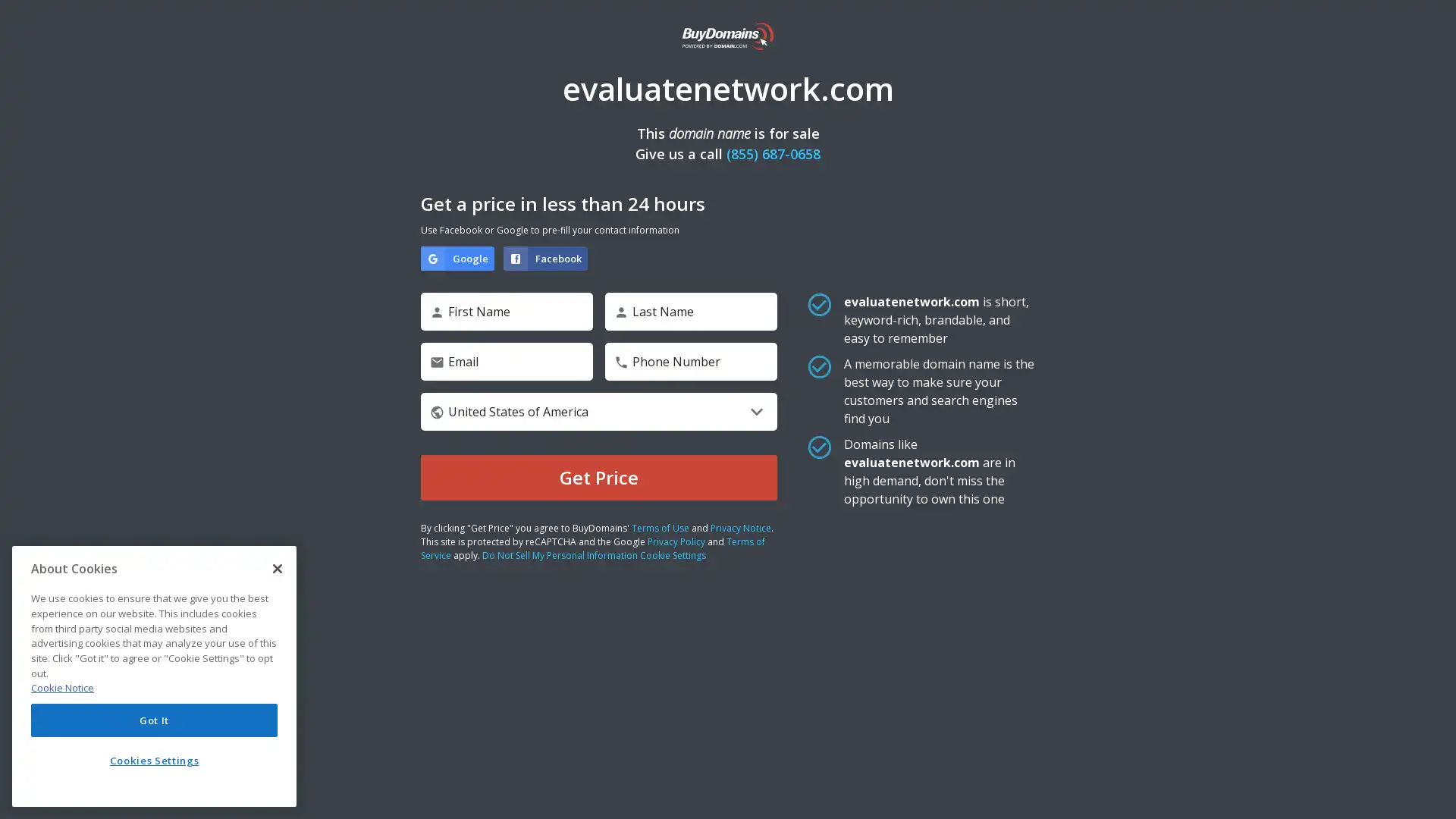 This screenshot has height=819, width=1456. I want to click on Got It, so click(154, 719).